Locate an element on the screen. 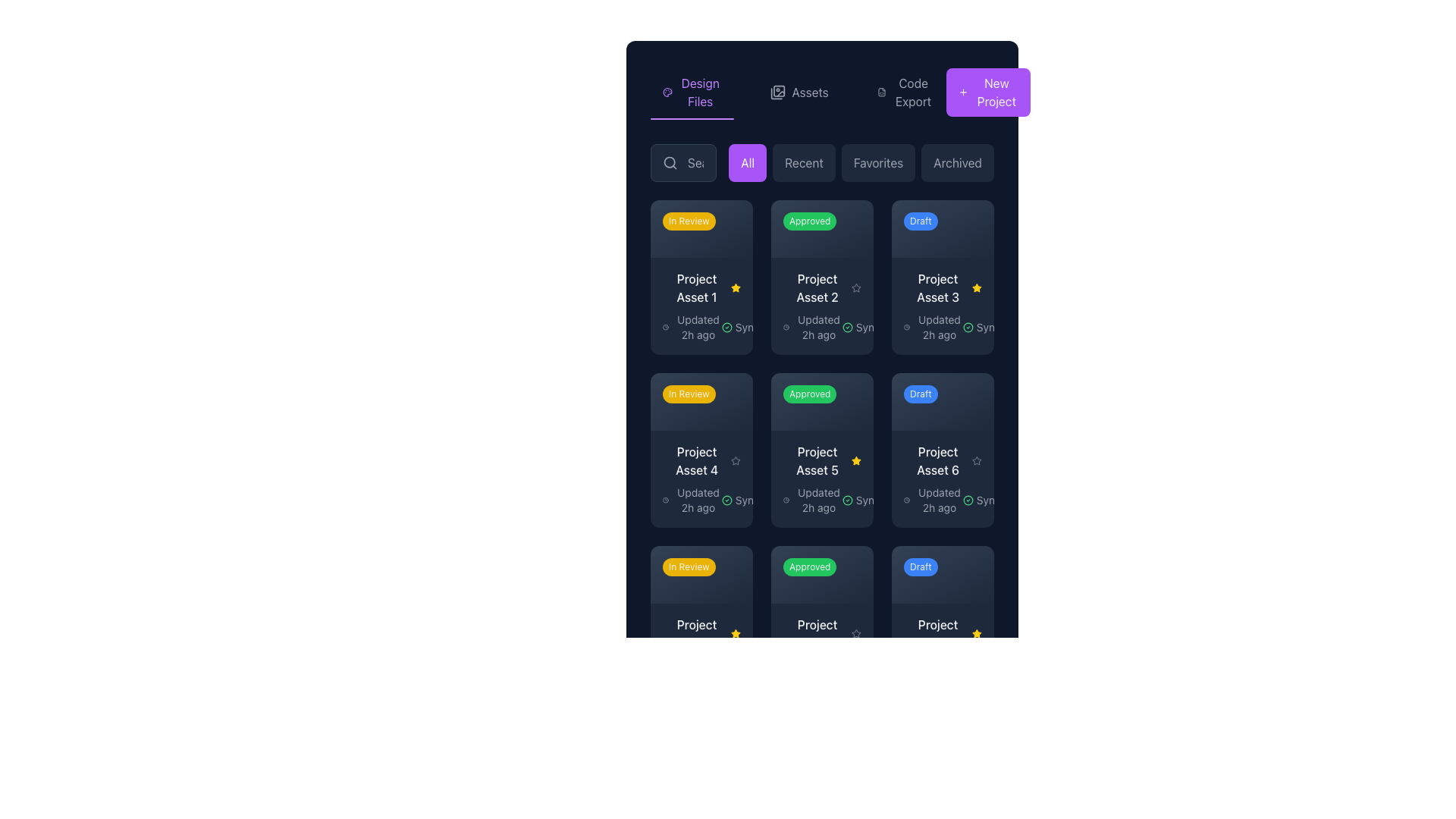  the search icon represented by a minimalist magnifying glass symbol, located on the top left of the interface, directly left of the 'Search assets...' text input field is located at coordinates (669, 163).